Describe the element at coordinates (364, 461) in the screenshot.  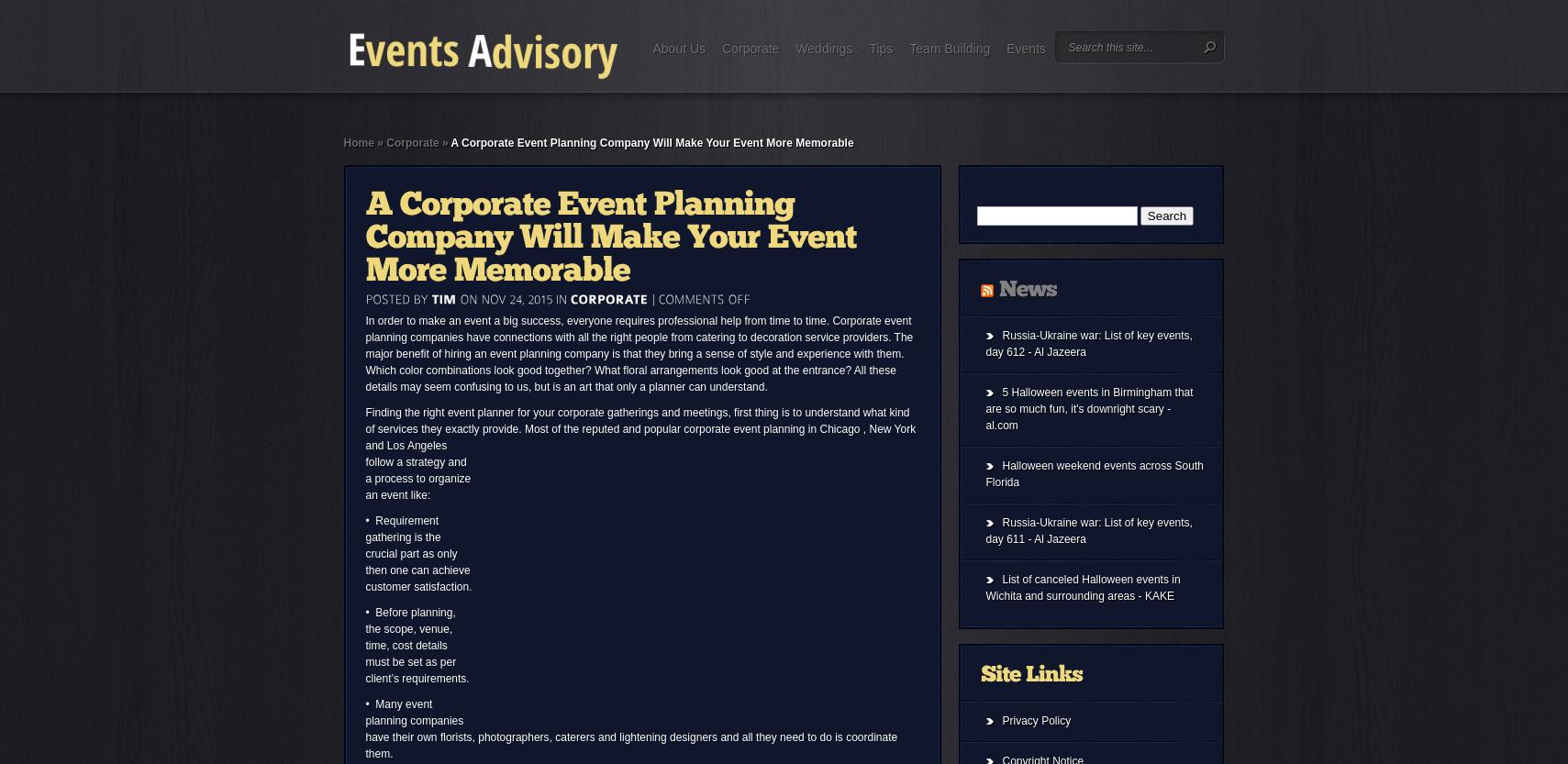
I see `', New York and Los Angeles follow a strategy and a process to organize an event like:'` at that location.